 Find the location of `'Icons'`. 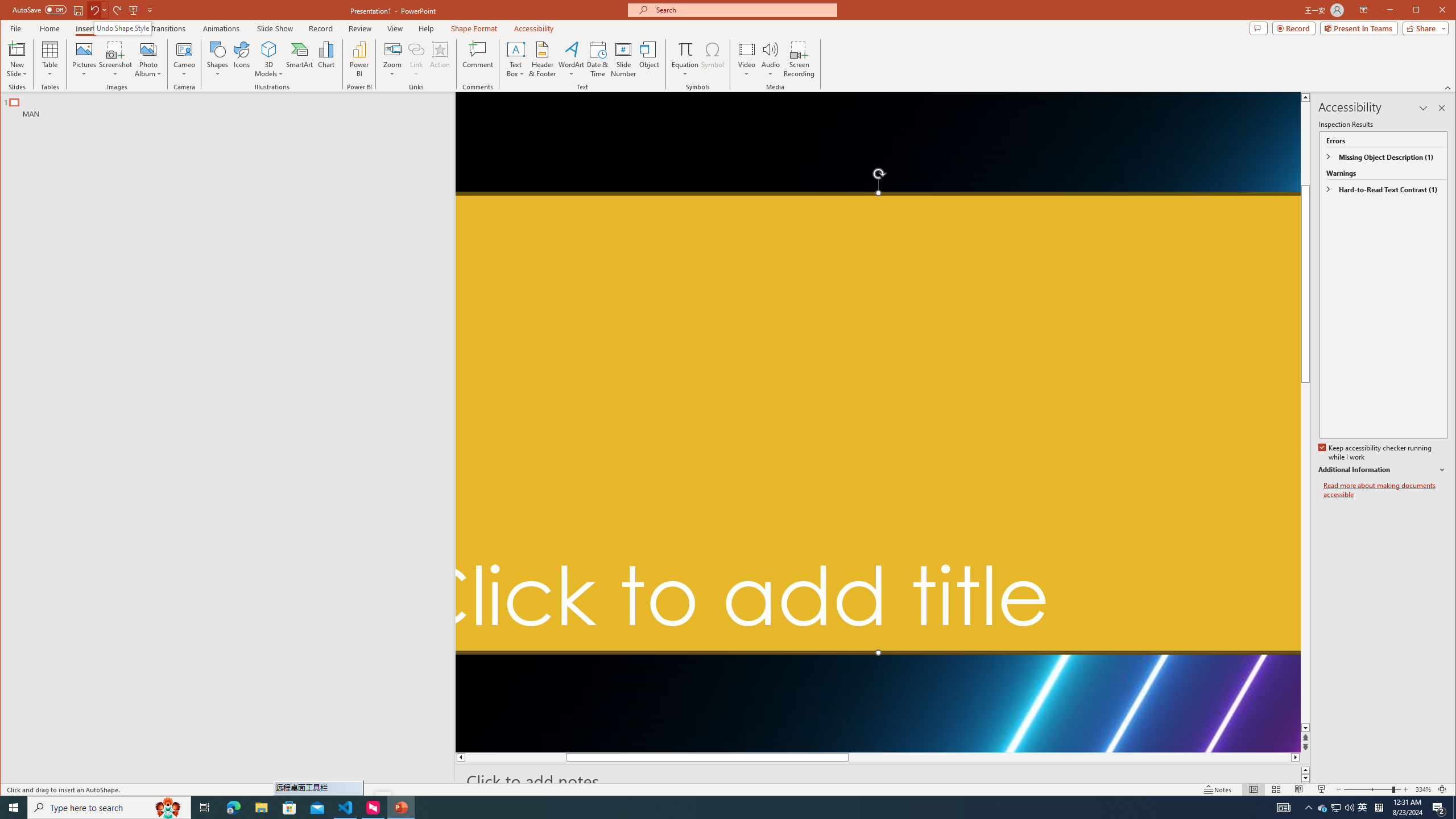

'Icons' is located at coordinates (241, 59).